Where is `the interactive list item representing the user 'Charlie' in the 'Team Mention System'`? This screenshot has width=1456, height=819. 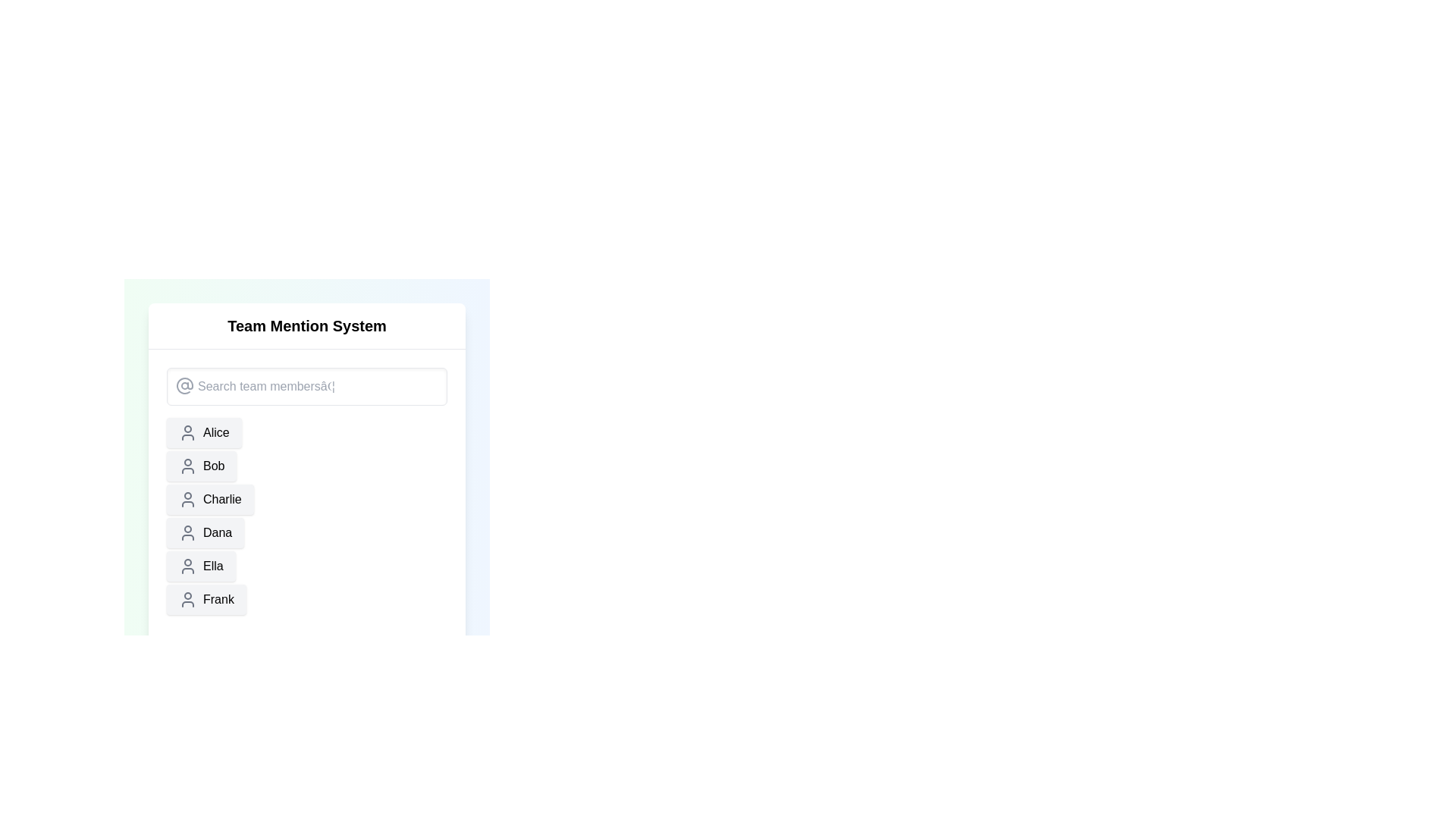 the interactive list item representing the user 'Charlie' in the 'Team Mention System' is located at coordinates (209, 500).